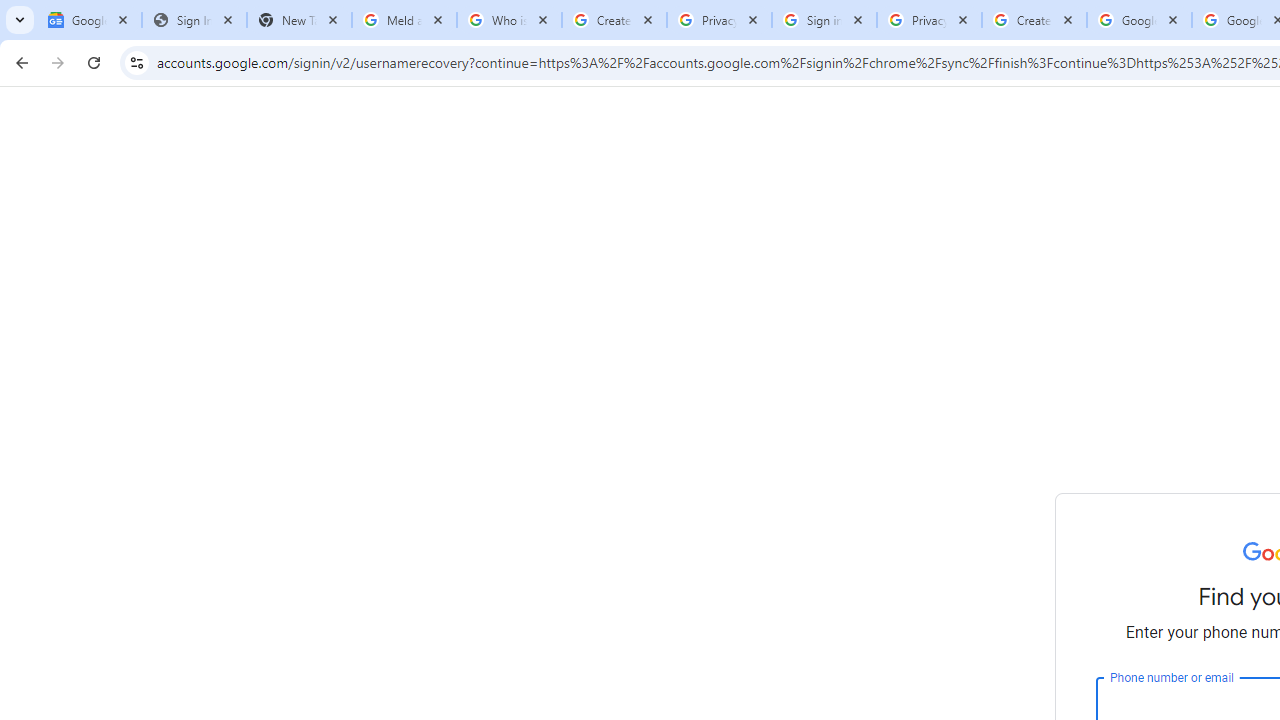 The image size is (1280, 720). What do you see at coordinates (135, 61) in the screenshot?
I see `'View site information'` at bounding box center [135, 61].